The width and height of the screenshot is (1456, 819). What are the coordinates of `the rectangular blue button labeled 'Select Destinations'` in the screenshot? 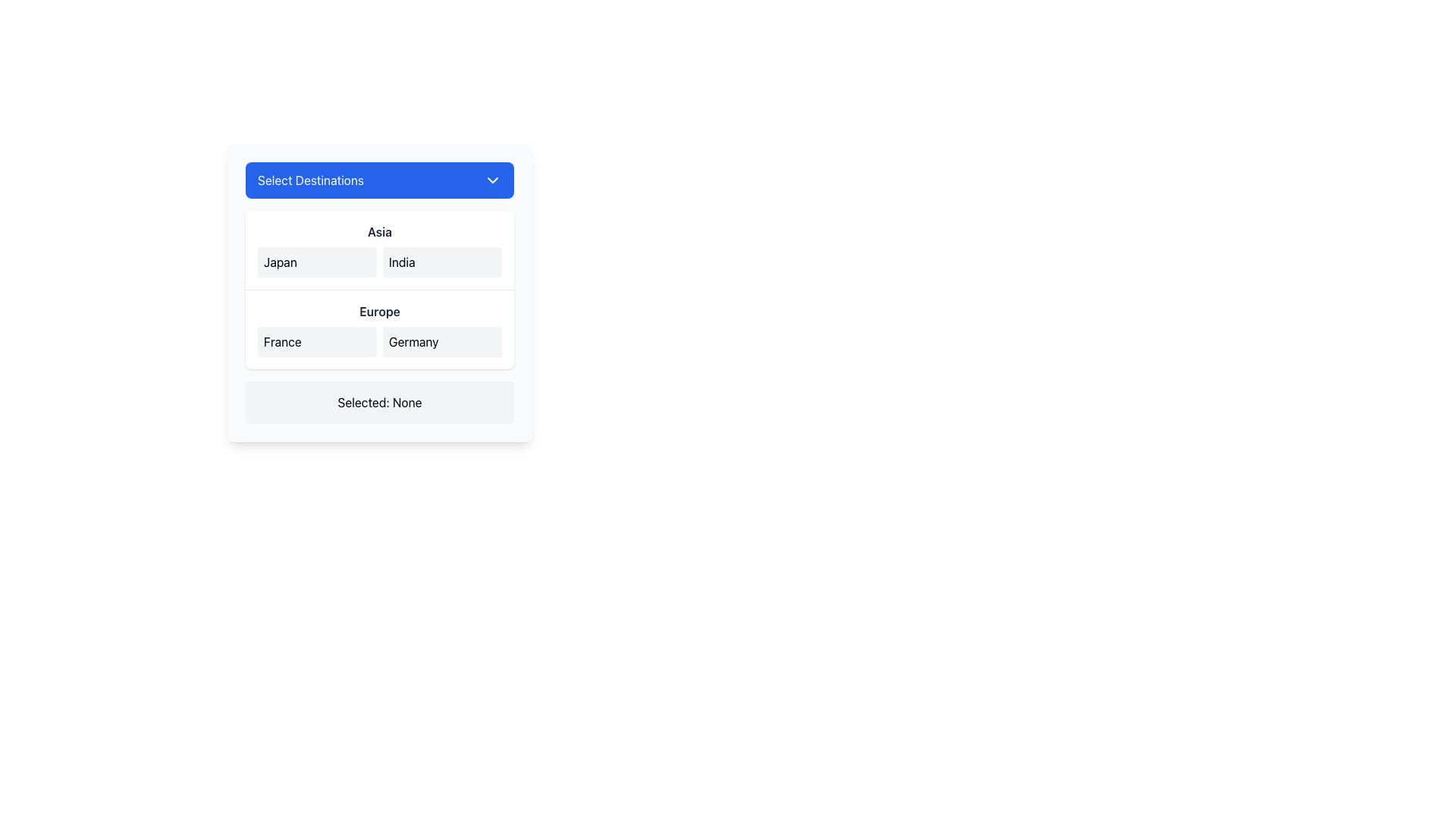 It's located at (379, 180).